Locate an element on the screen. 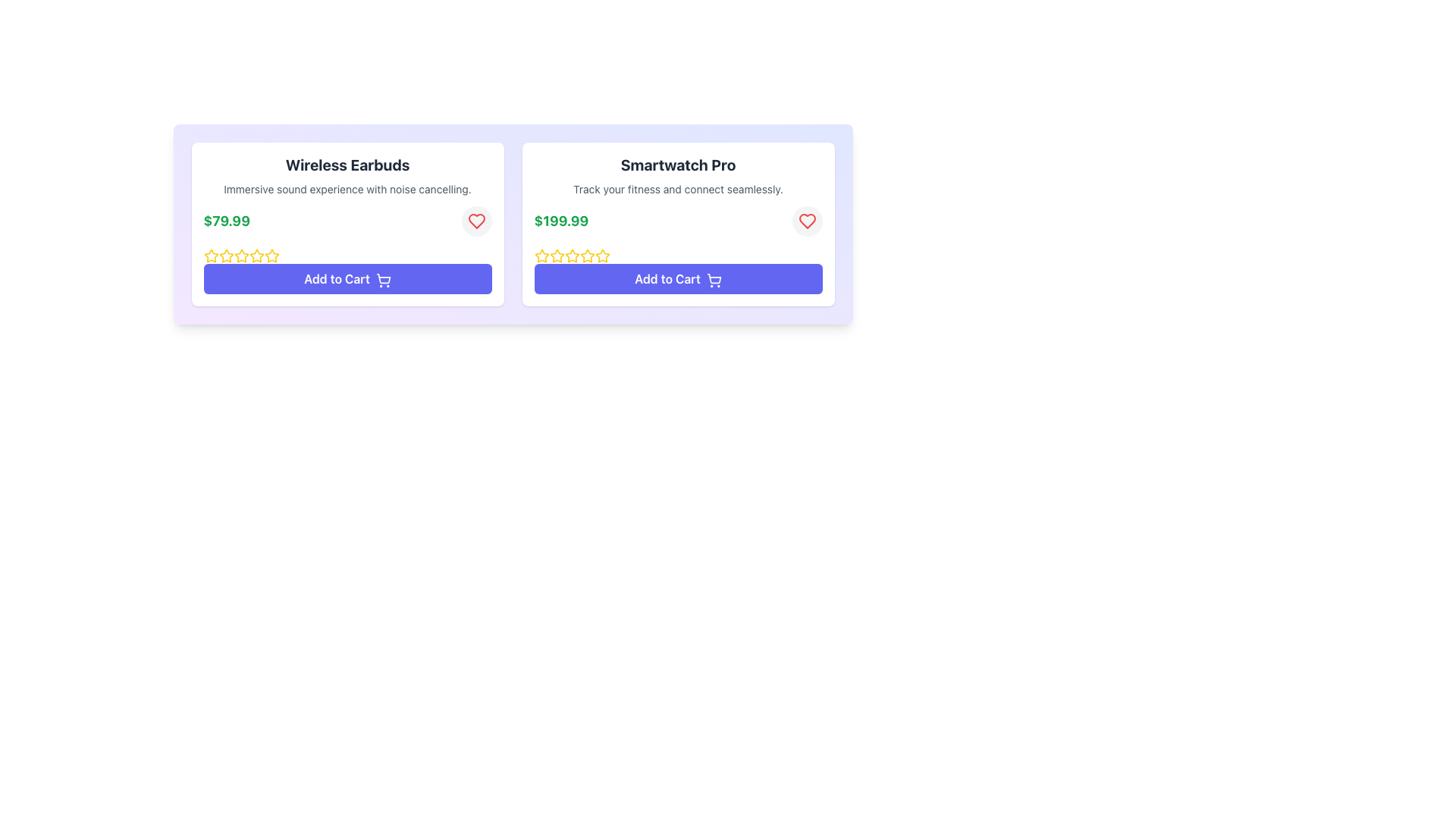 The image size is (1456, 819). the first star-shaped rating icon with a yellow outline located in the second product card titled 'Smartwatch Pro', which is situated directly beneath the product price is located at coordinates (541, 256).